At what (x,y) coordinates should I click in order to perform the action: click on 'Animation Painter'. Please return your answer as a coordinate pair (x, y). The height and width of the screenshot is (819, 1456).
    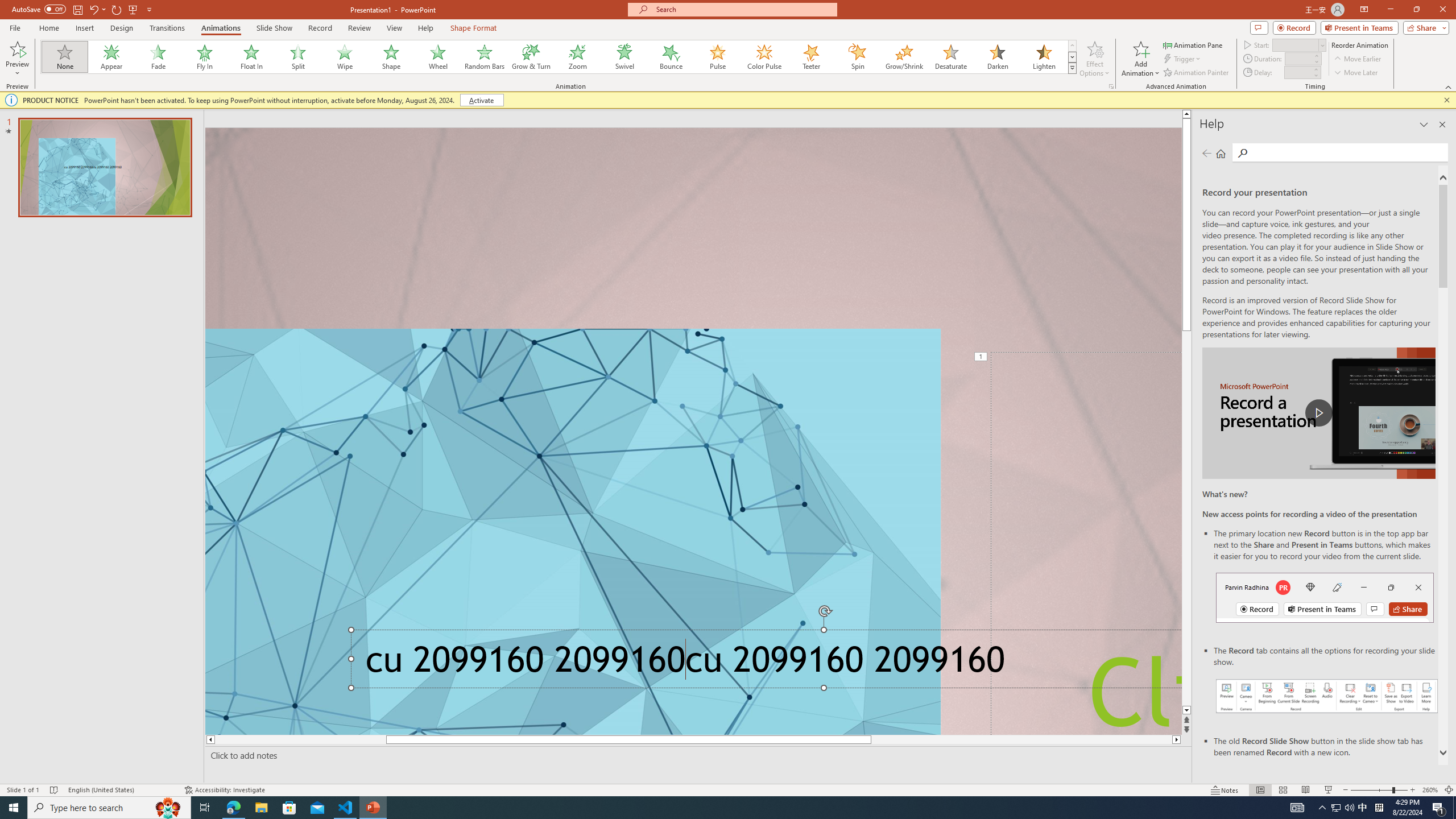
    Looking at the image, I should click on (1196, 72).